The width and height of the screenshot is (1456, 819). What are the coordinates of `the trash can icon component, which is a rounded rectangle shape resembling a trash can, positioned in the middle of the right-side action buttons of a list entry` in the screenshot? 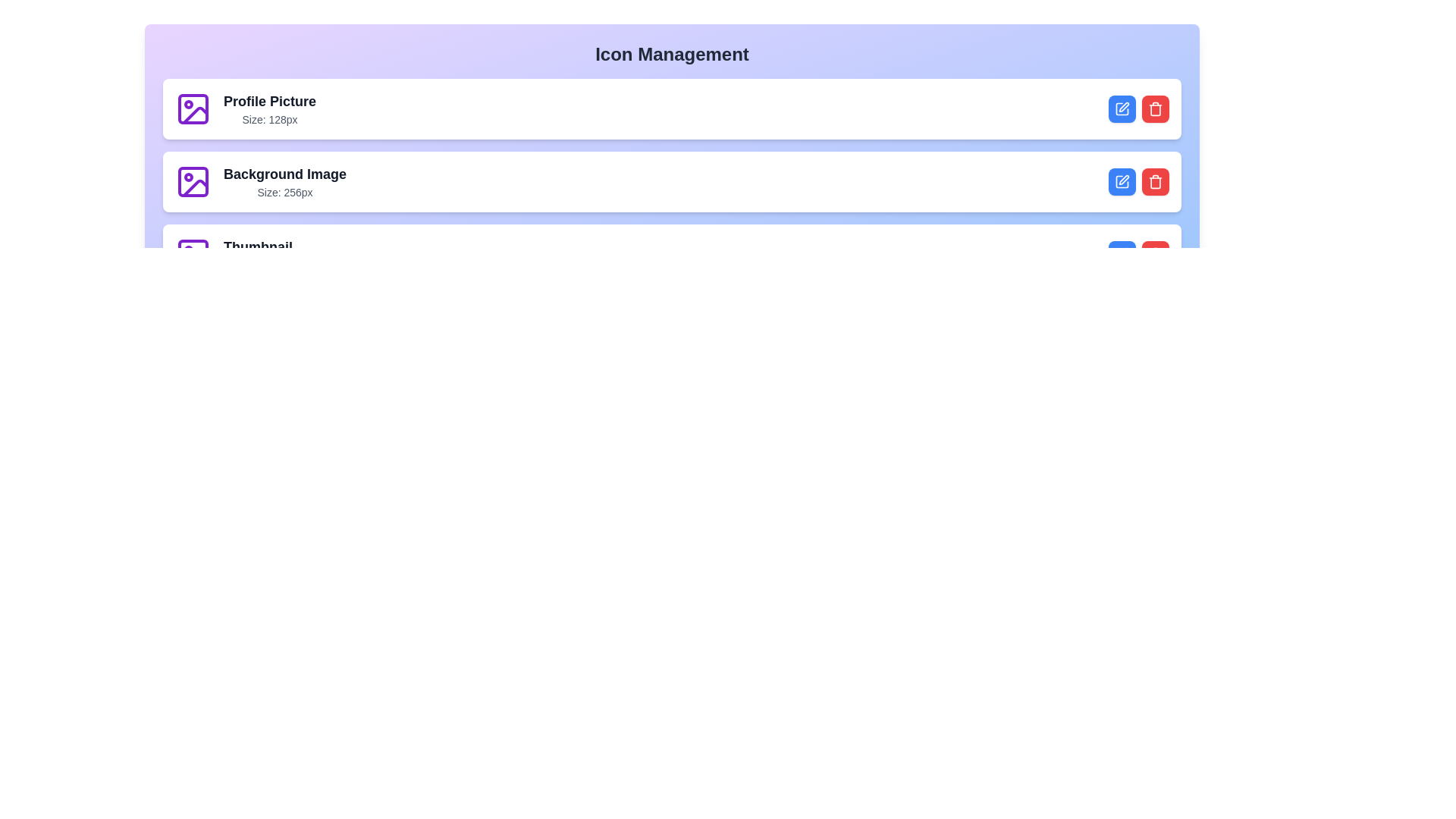 It's located at (1154, 182).